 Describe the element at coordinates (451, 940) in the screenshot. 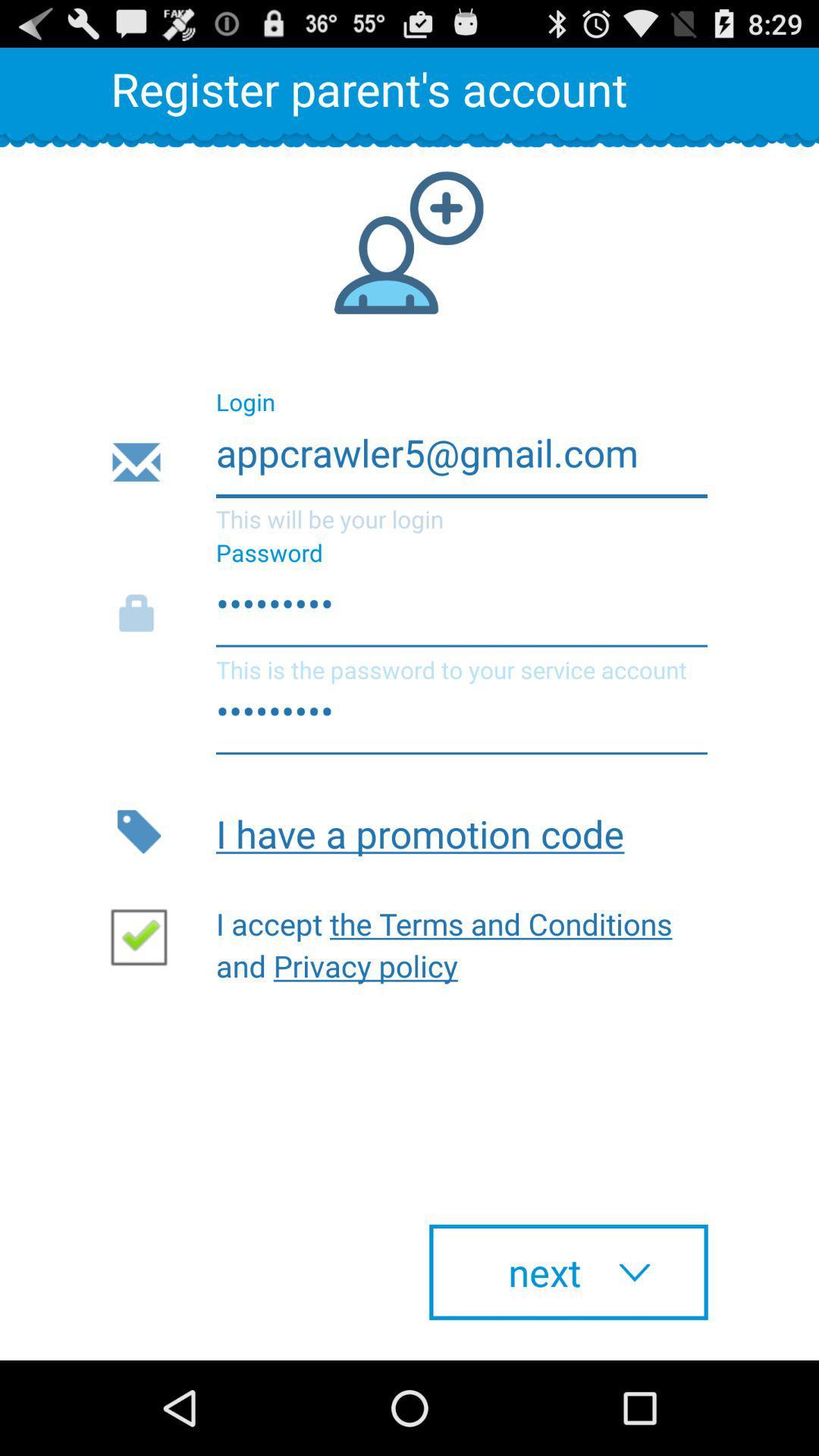

I see `2 lines text above next button on the page` at that location.